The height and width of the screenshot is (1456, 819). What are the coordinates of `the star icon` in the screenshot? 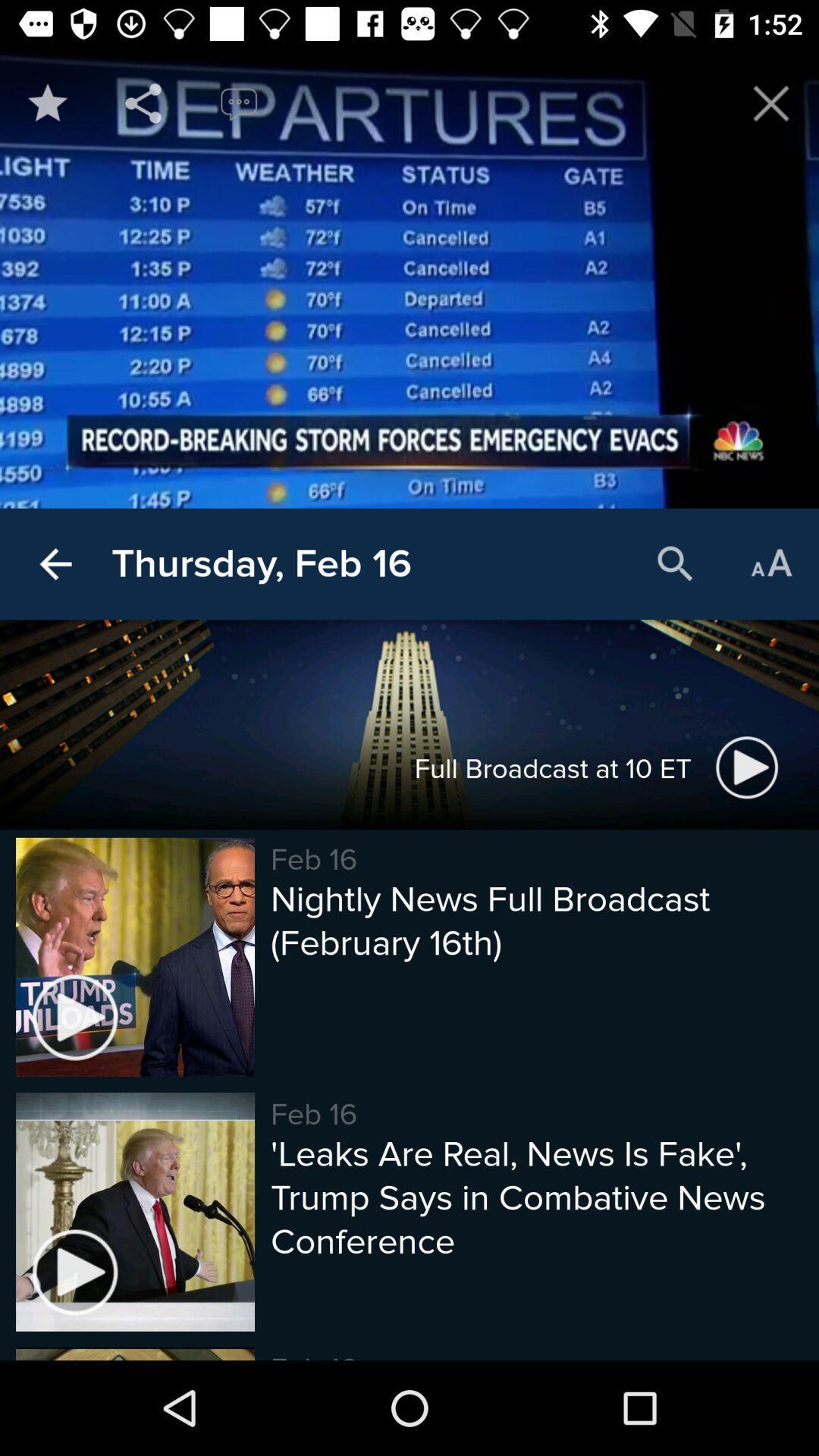 It's located at (46, 102).